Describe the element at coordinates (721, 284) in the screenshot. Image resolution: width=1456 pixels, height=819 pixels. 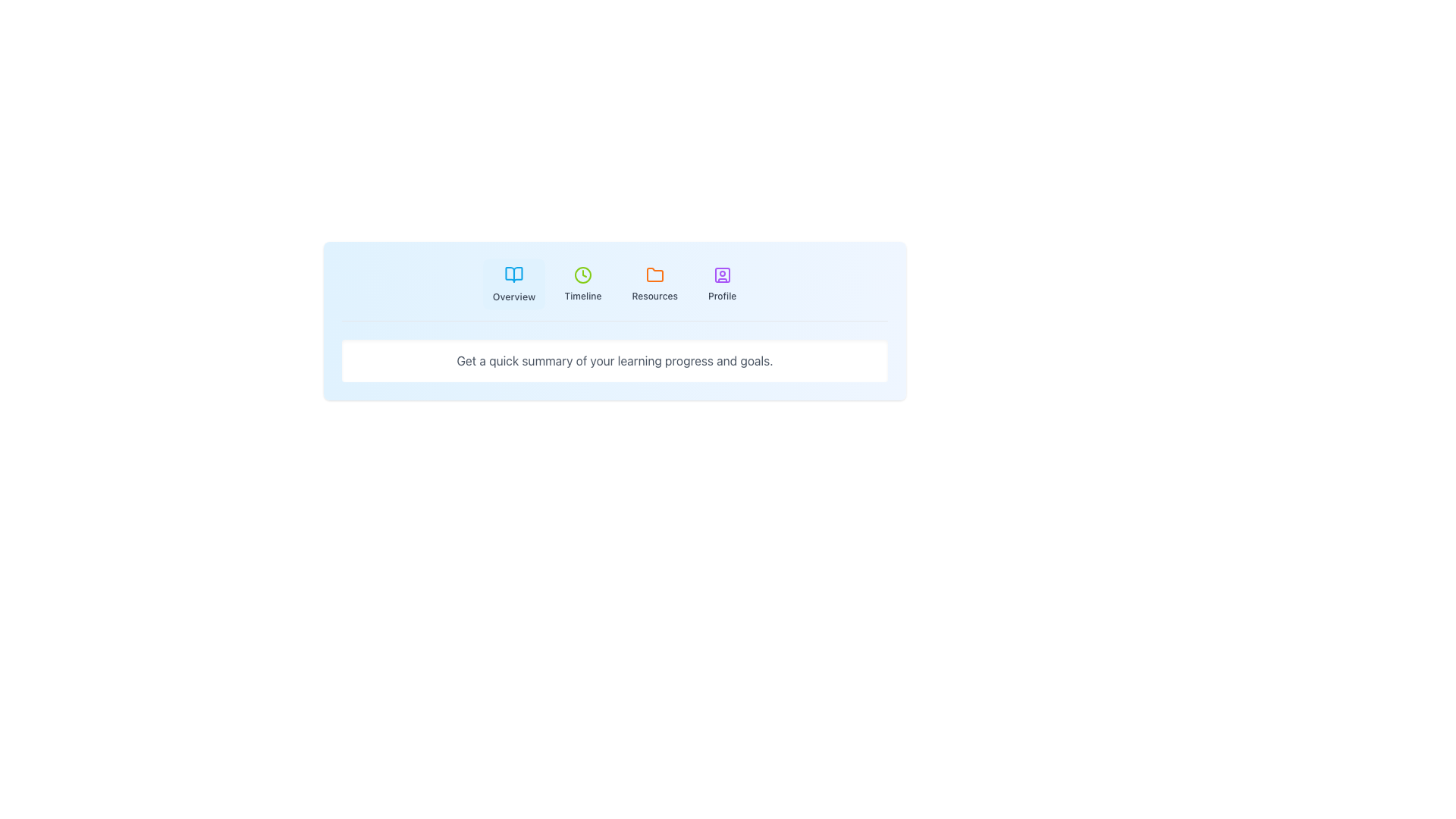
I see `the navigation button that leads to the Profile page` at that location.